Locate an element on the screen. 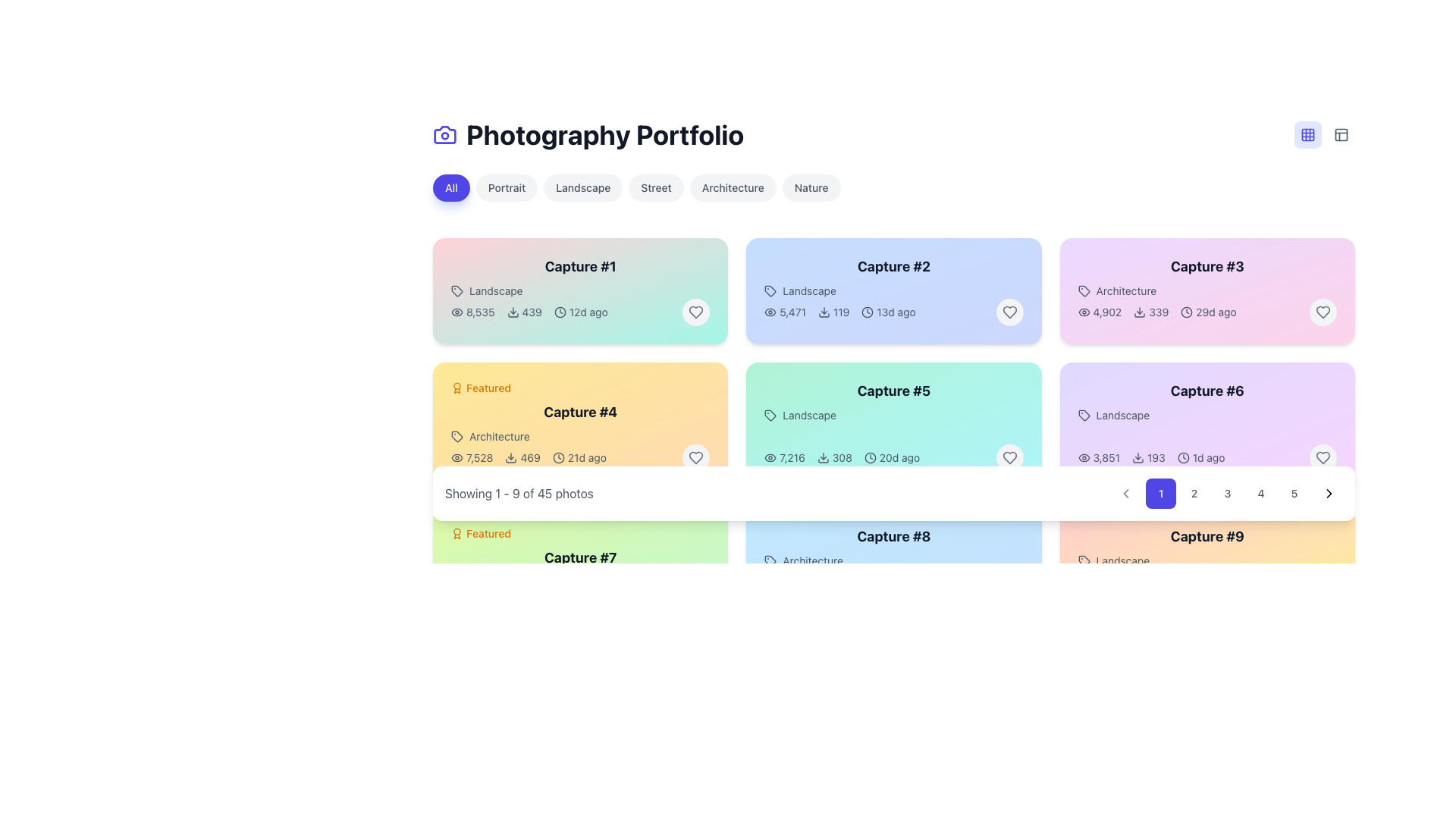 This screenshot has height=819, width=1456. the small award or badge icon located to the left of the 'Featured' label within the card element of the photo entry grid is located at coordinates (457, 533).